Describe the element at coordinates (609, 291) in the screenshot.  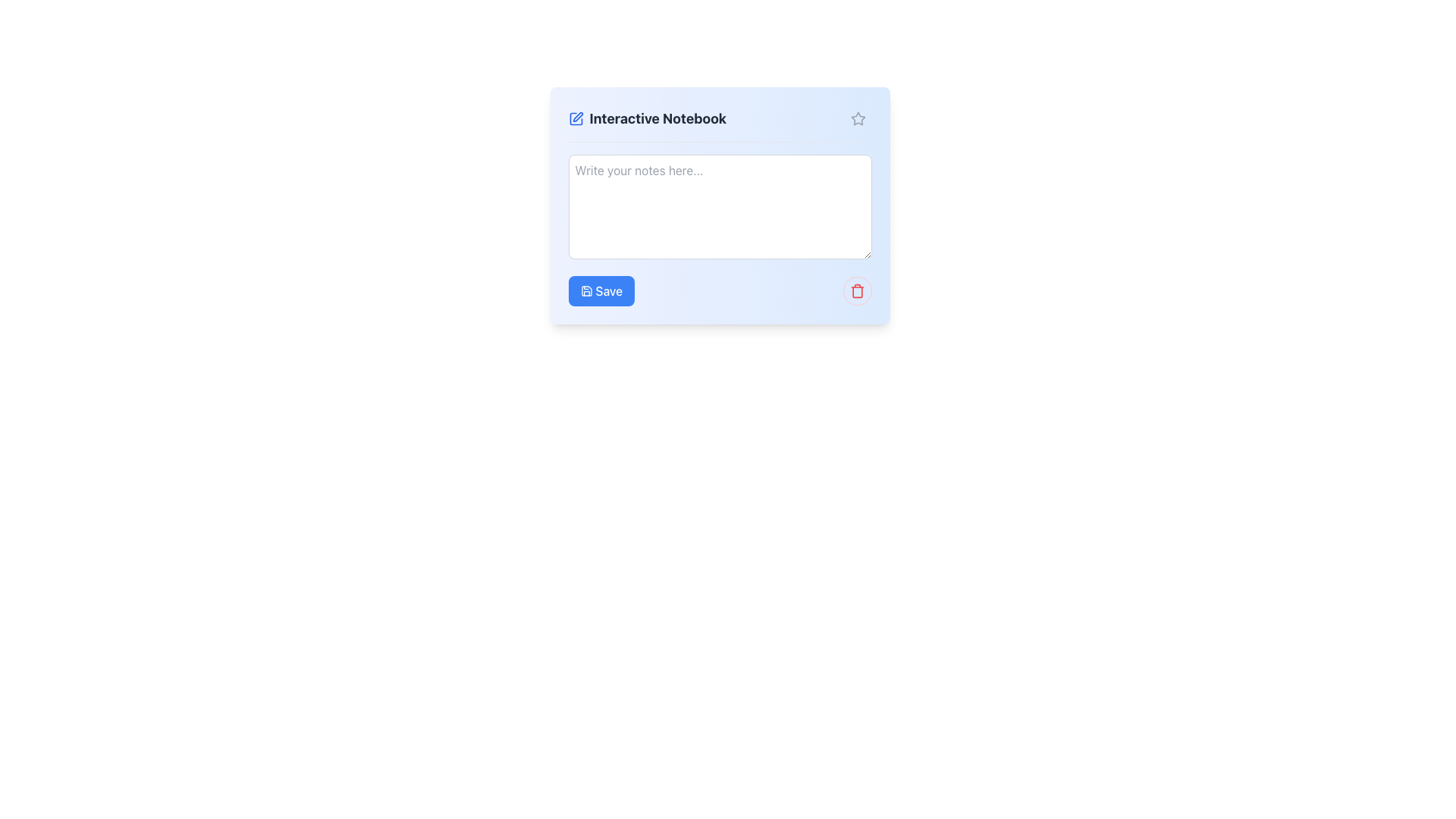
I see `the 'Save' text label inside the button at the bottom of the card interface` at that location.